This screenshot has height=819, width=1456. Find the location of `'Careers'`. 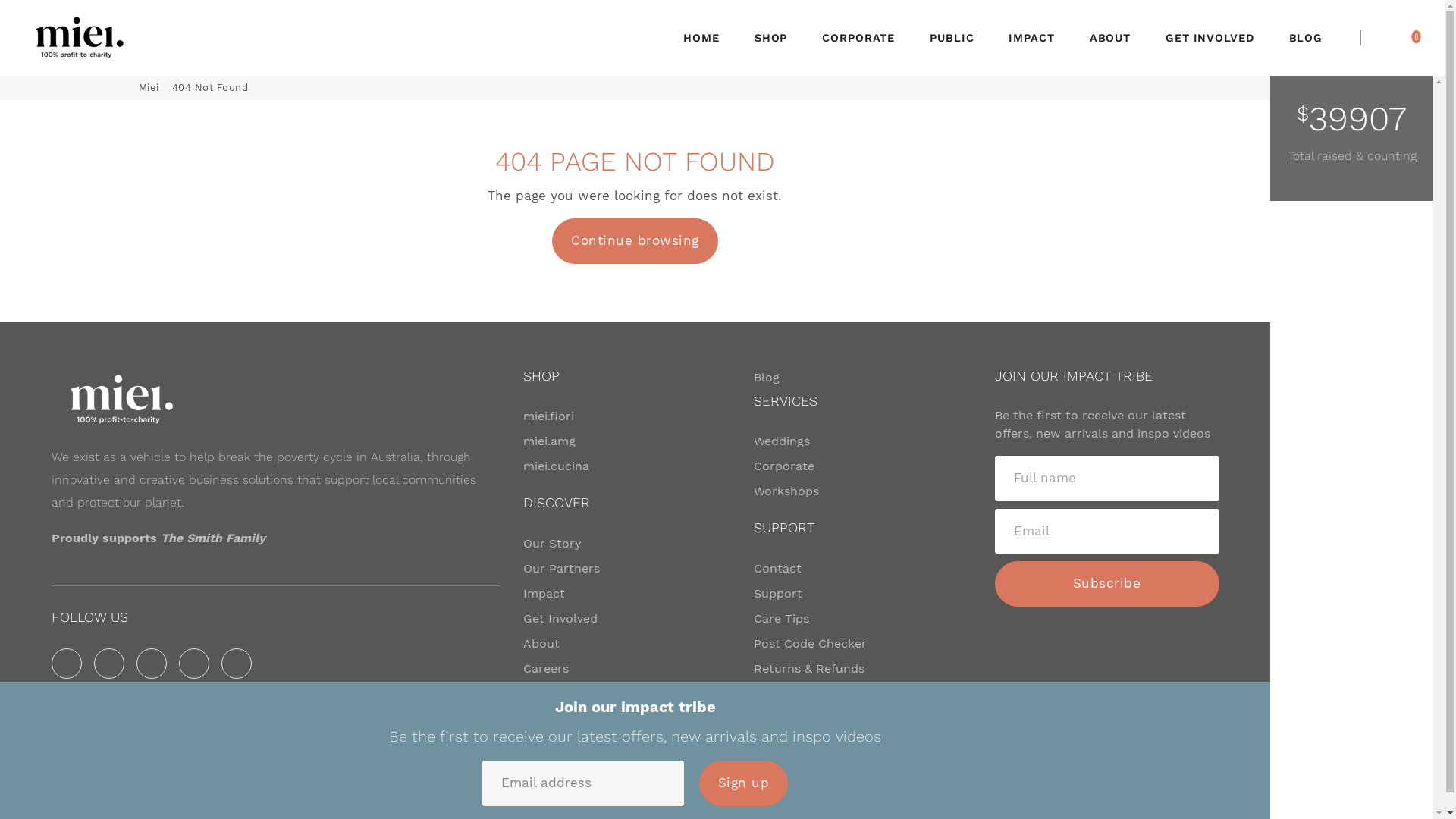

'Careers' is located at coordinates (546, 668).